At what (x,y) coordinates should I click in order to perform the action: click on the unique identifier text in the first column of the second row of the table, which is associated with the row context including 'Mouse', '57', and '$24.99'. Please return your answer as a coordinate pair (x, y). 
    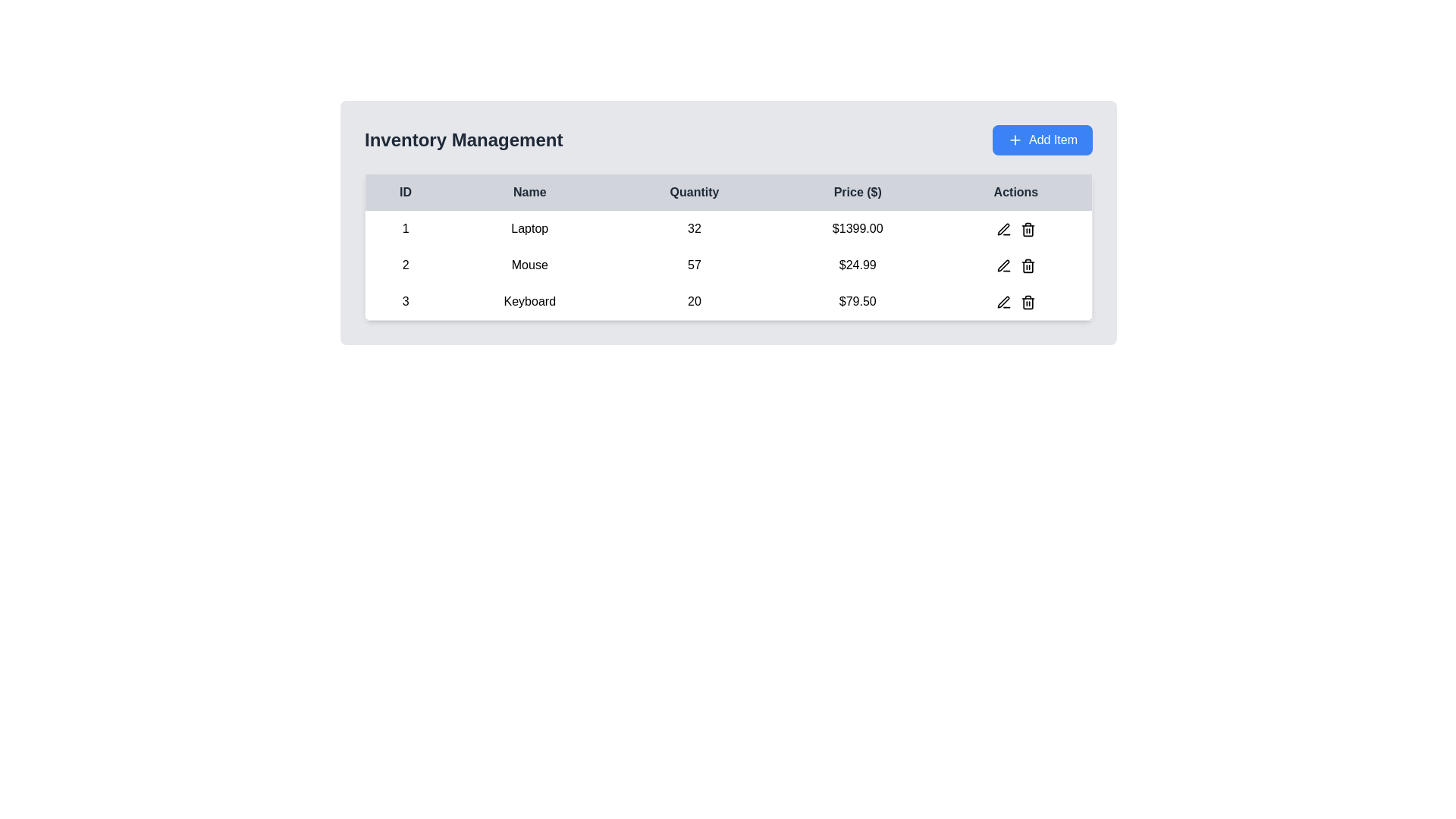
    Looking at the image, I should click on (405, 265).